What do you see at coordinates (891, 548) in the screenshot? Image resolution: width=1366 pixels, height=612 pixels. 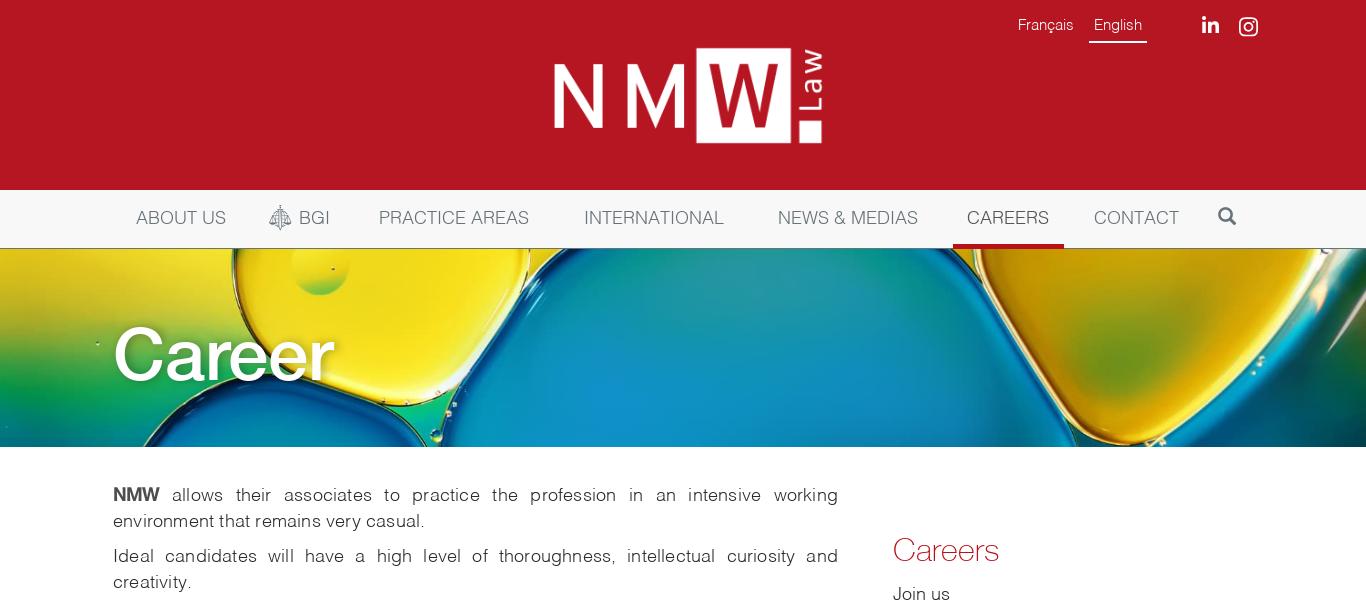 I see `'Careers'` at bounding box center [891, 548].